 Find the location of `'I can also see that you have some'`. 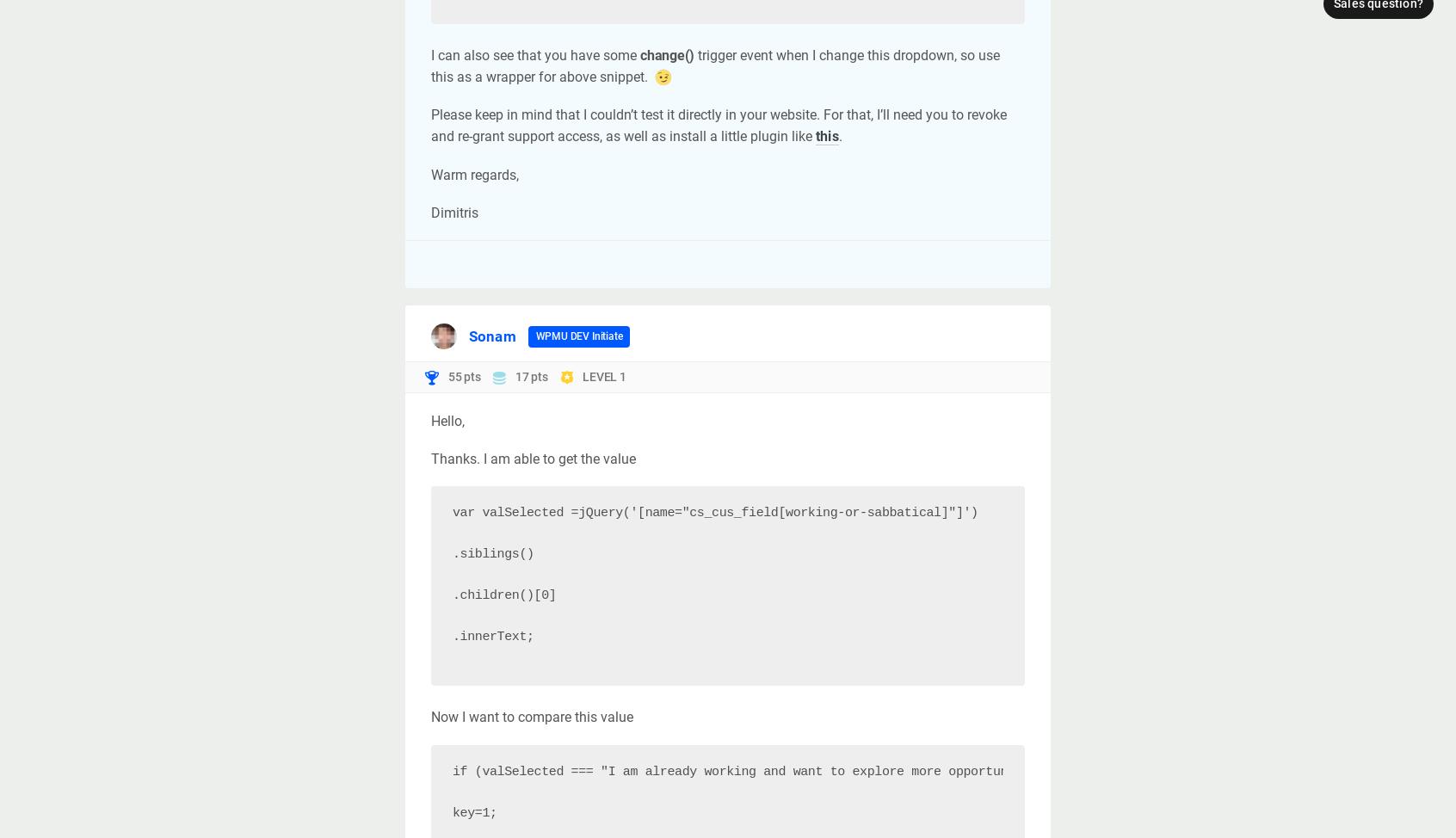

'I can also see that you have some' is located at coordinates (431, 55).